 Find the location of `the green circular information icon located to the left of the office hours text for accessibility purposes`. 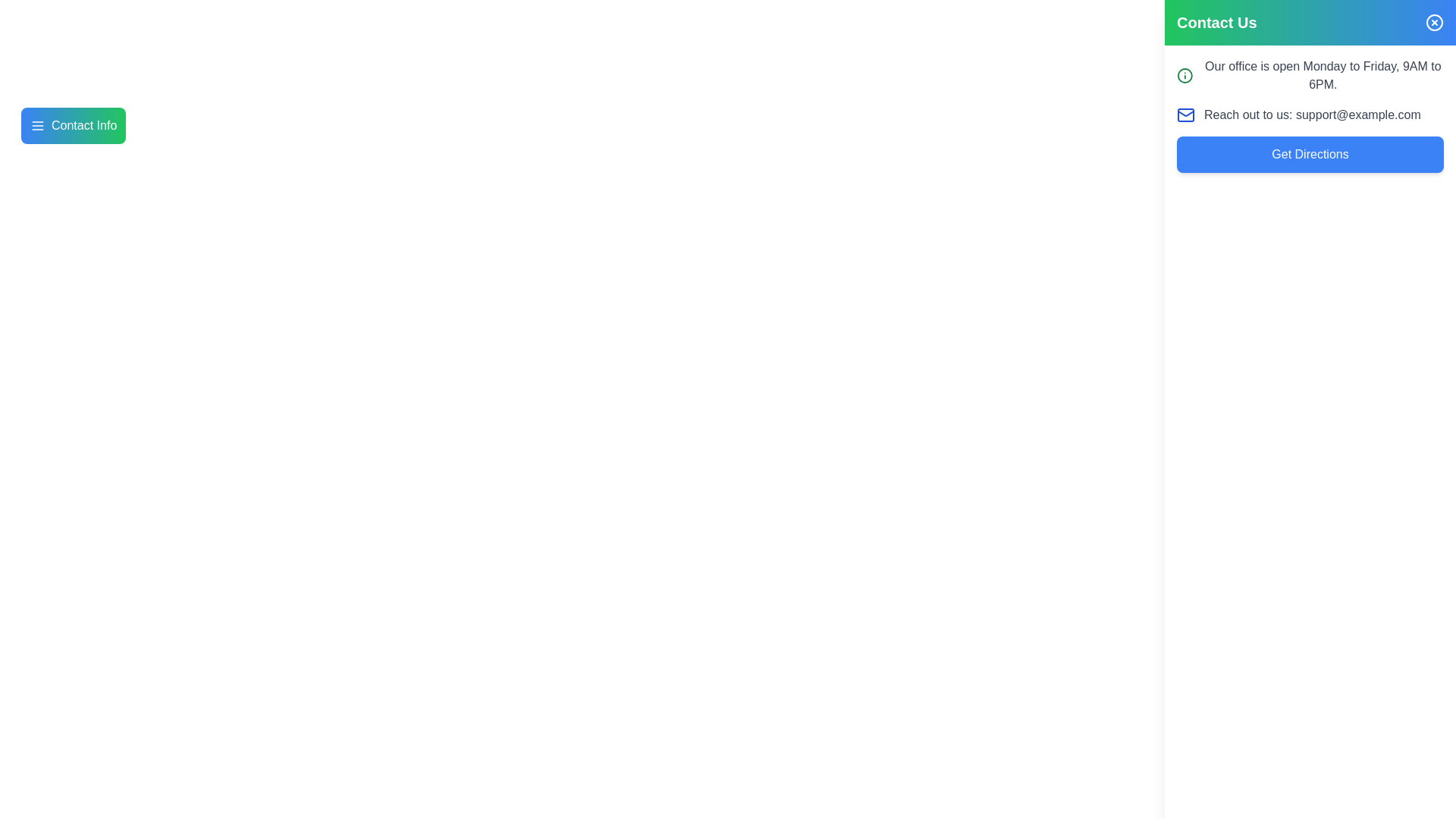

the green circular information icon located to the left of the office hours text for accessibility purposes is located at coordinates (1184, 76).